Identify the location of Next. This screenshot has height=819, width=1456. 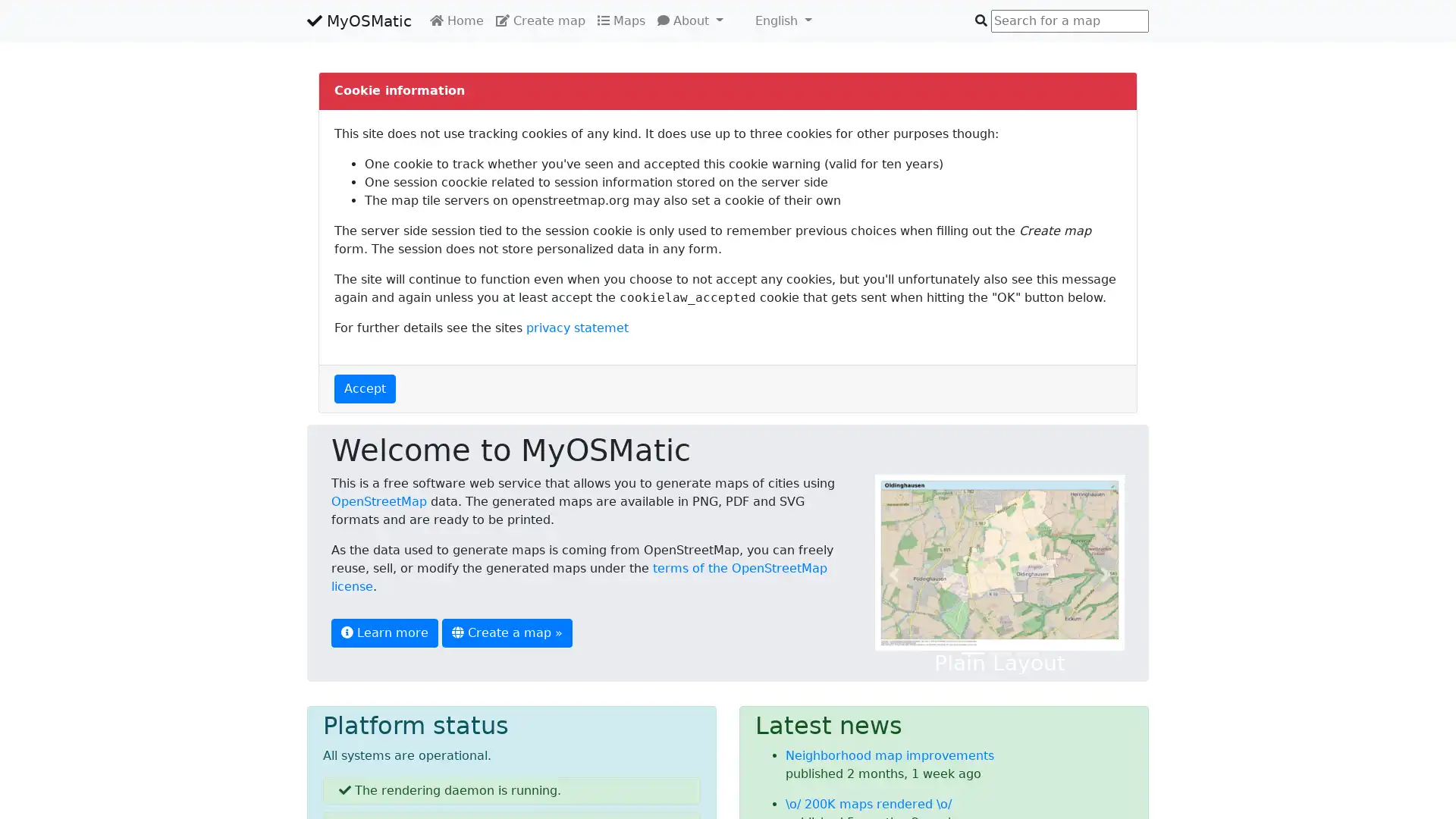
(1105, 575).